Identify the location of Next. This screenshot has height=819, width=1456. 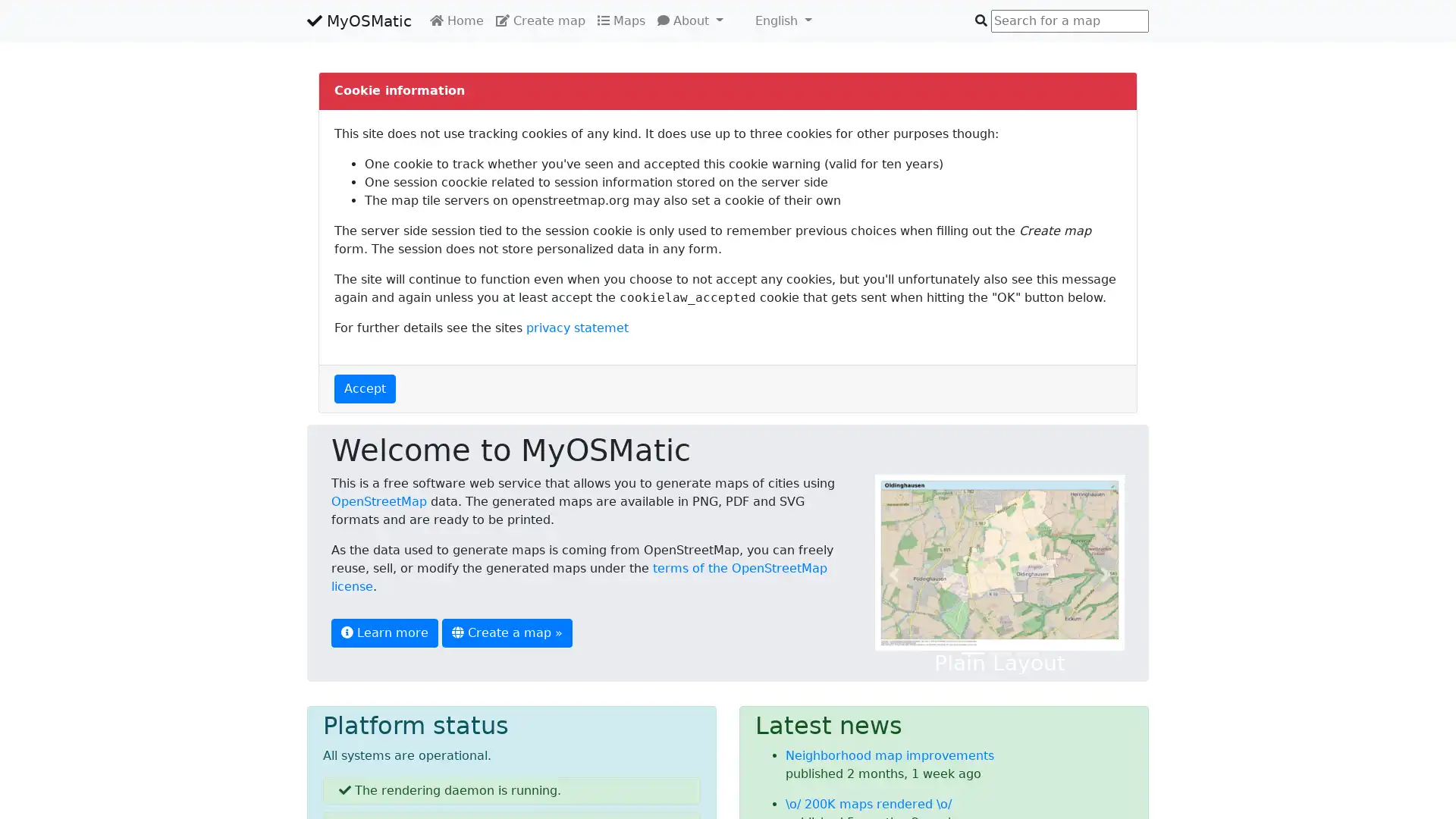
(1105, 575).